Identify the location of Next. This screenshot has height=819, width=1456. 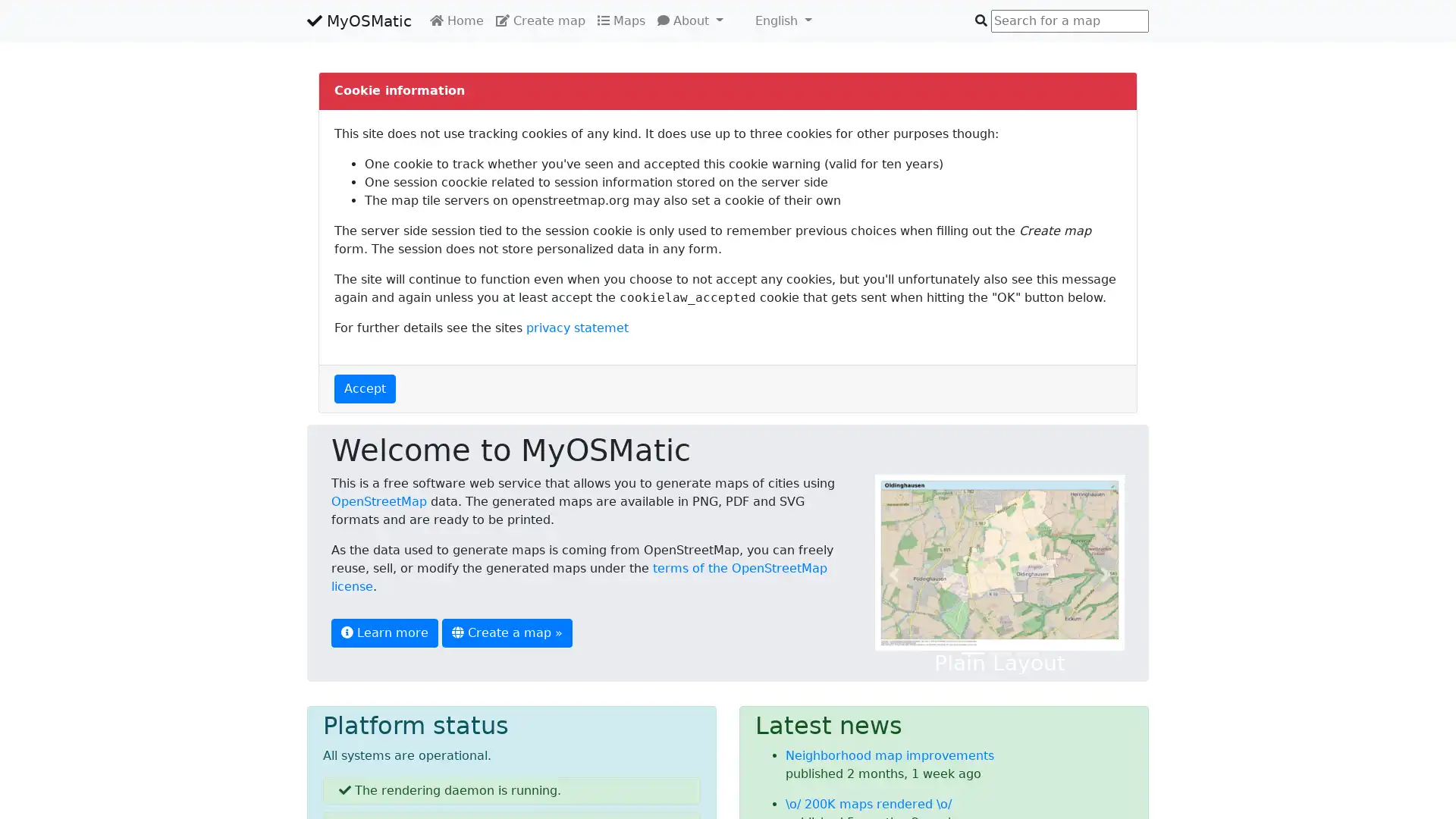
(1105, 575).